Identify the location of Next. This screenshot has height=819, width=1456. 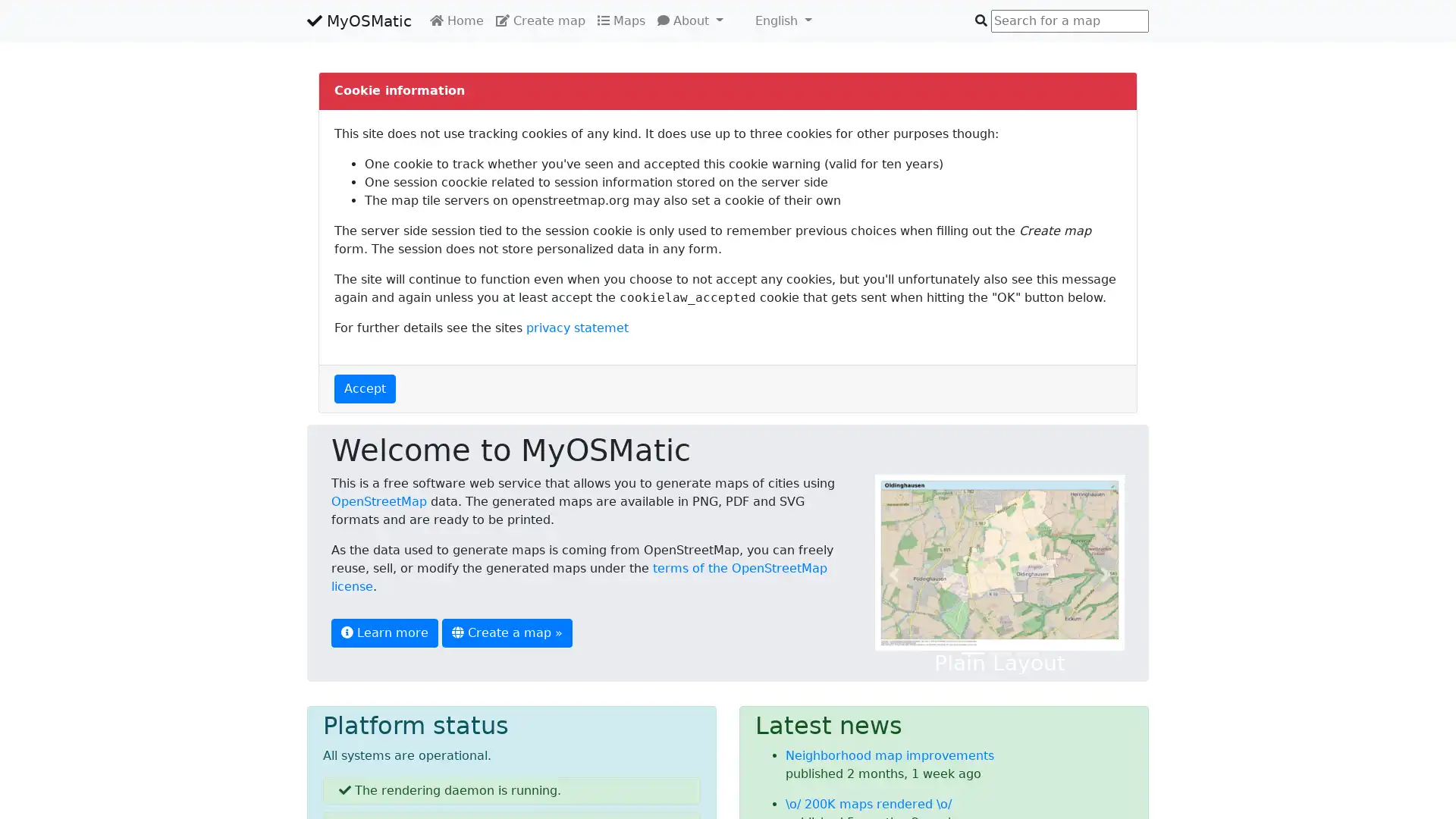
(1105, 575).